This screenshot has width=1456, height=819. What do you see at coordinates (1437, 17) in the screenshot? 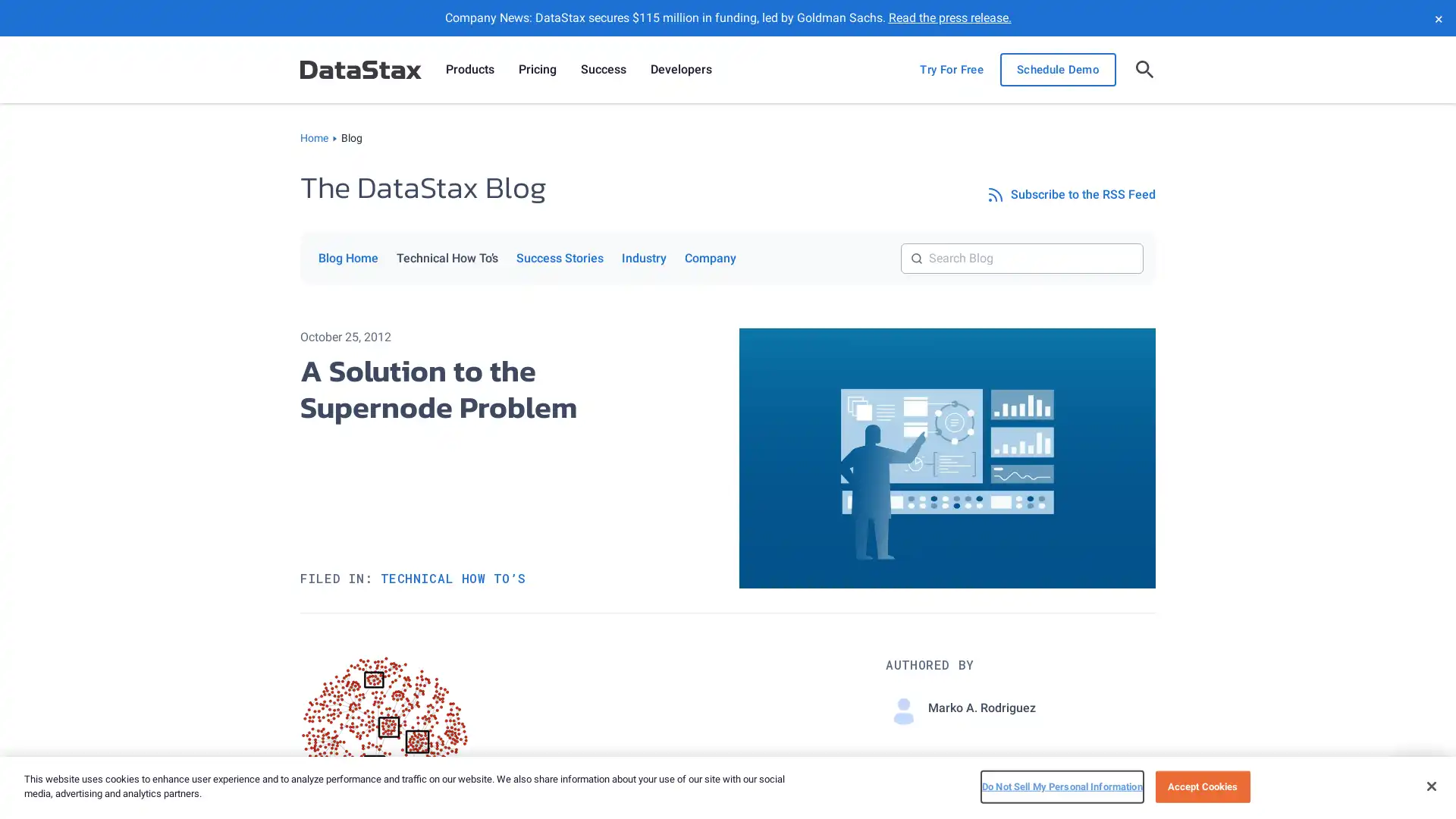
I see `Dismiss` at bounding box center [1437, 17].